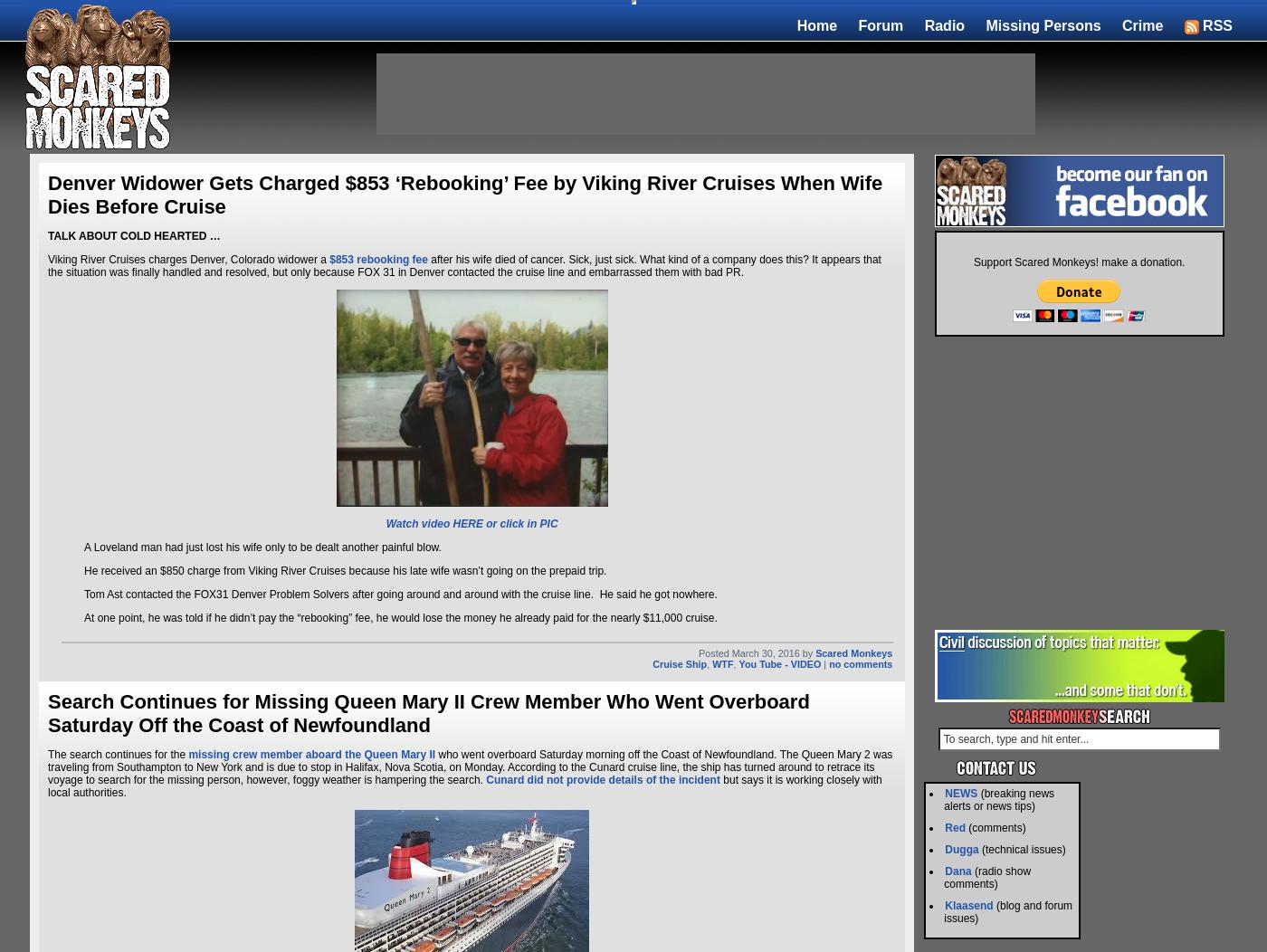 This screenshot has height=952, width=1267. Describe the element at coordinates (757, 652) in the screenshot. I see `'Posted March 30, 2016 by'` at that location.